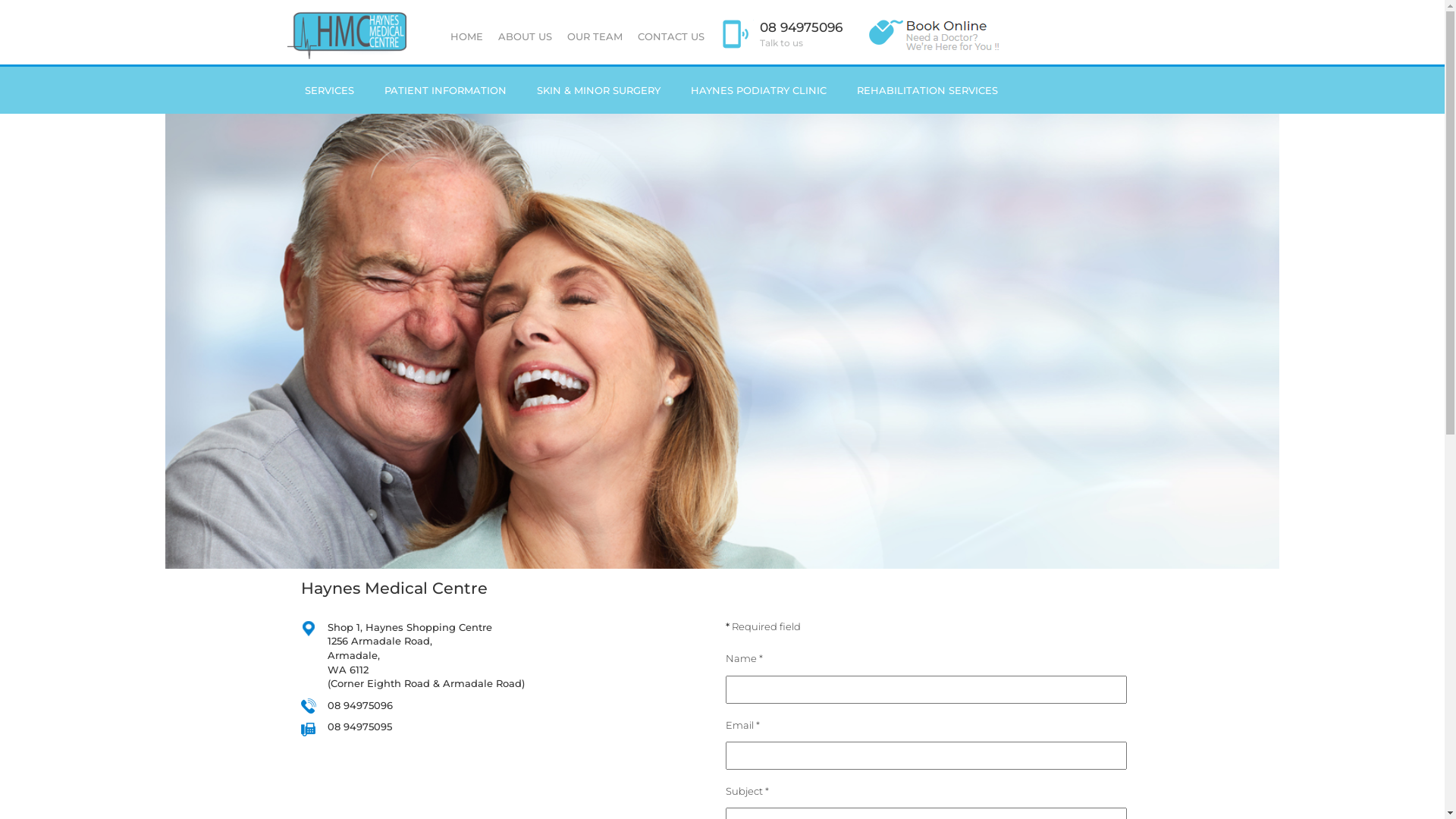 Image resolution: width=1456 pixels, height=819 pixels. I want to click on 'OUR TEAM', so click(559, 35).